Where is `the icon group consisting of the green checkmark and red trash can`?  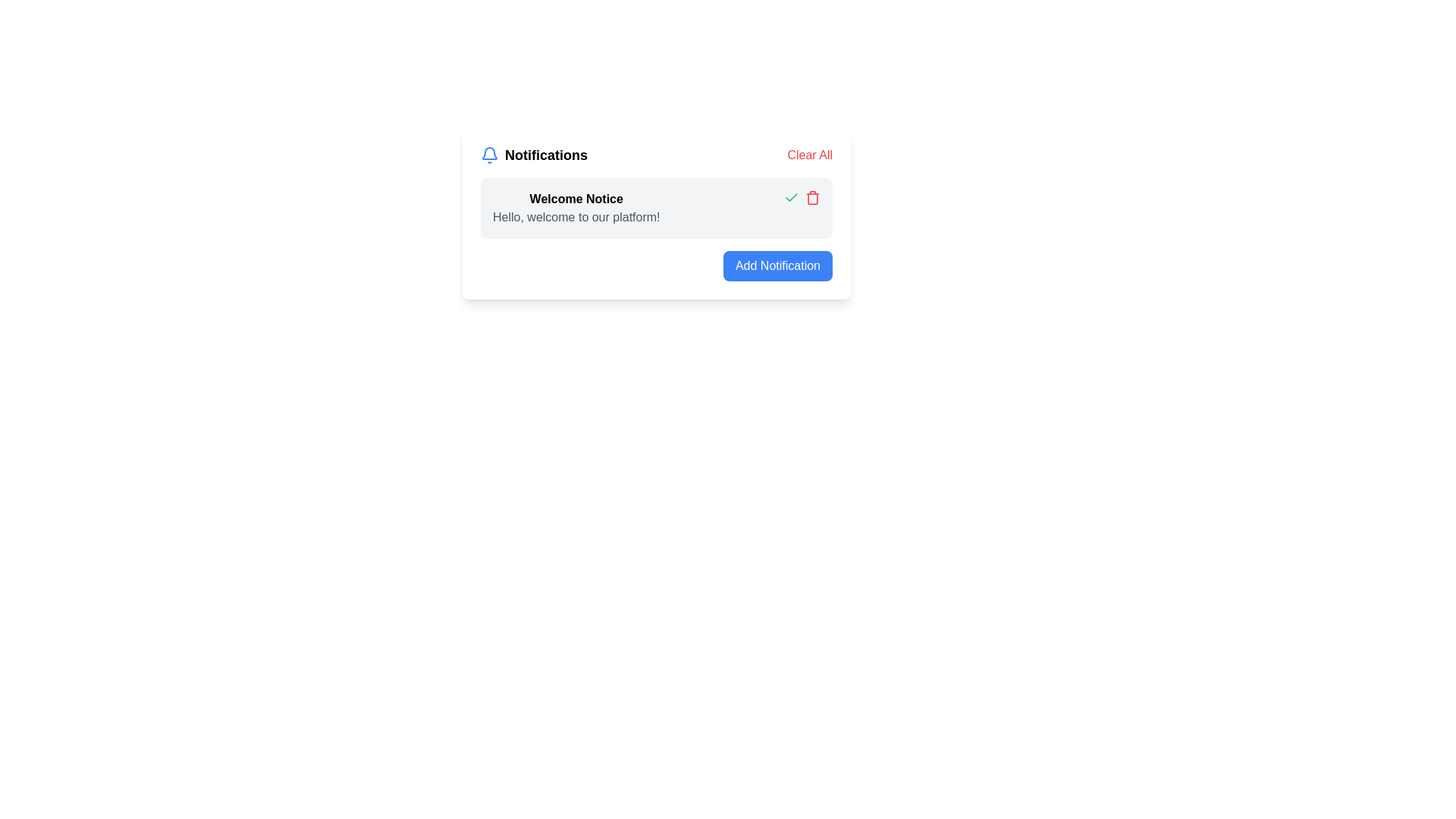
the icon group consisting of the green checkmark and red trash can is located at coordinates (801, 197).